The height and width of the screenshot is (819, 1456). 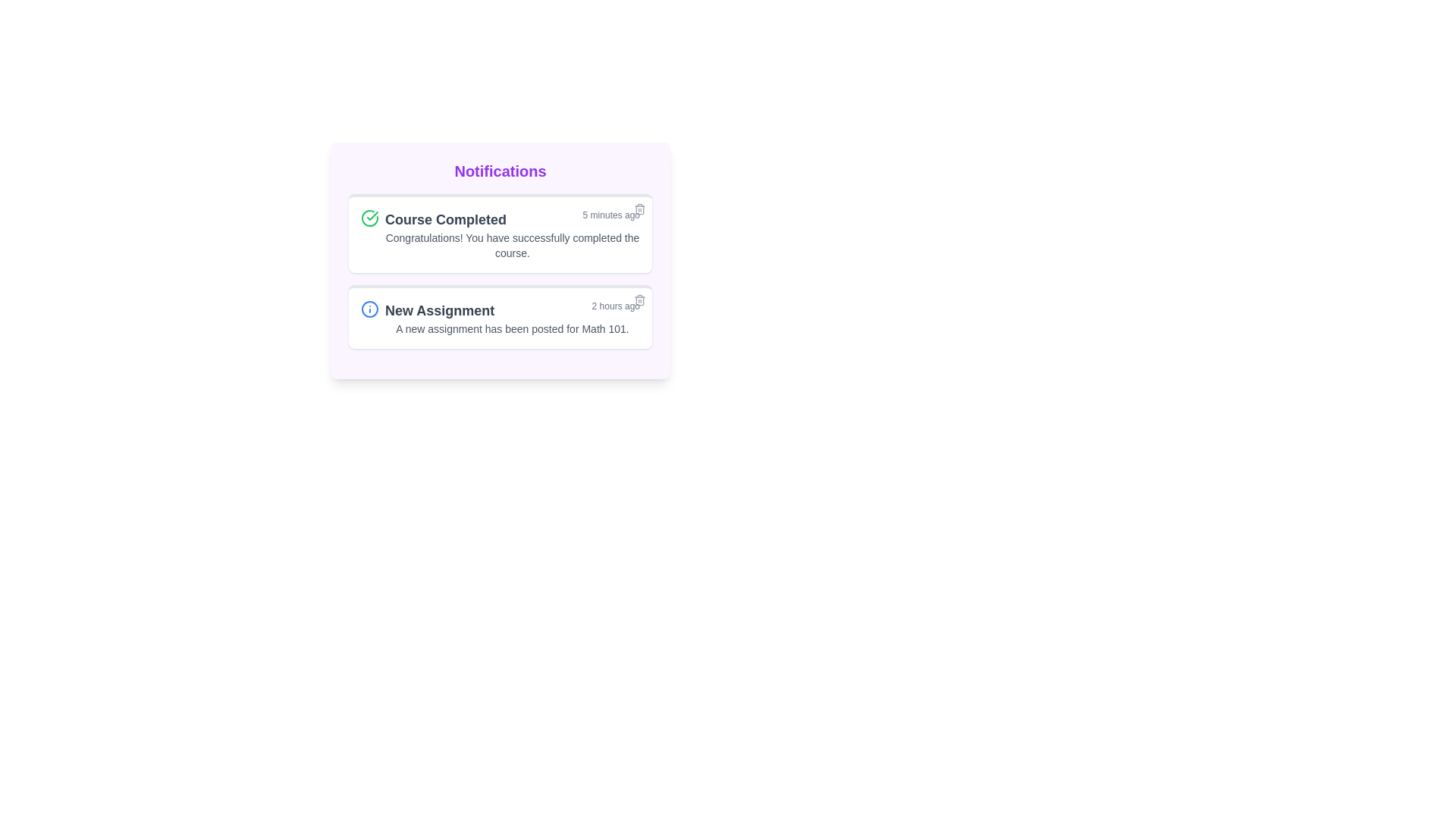 I want to click on the Notification card that presents information about a new assignment posted for a course, which is the second card in the notification list below the 'Course Completed' card, so click(x=500, y=318).